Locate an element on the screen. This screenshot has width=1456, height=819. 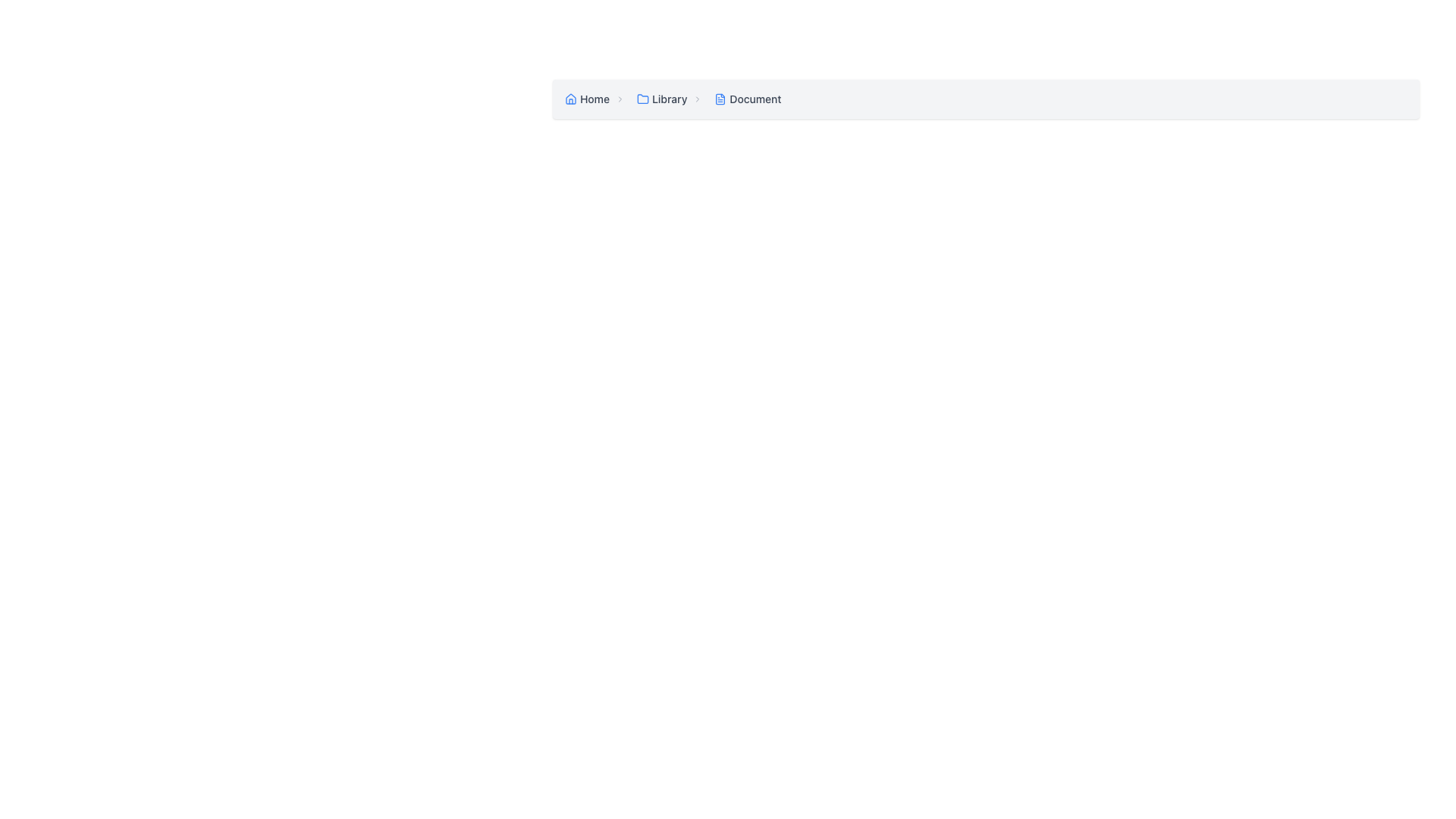
the Breadcrumb navigation item is located at coordinates (748, 99).